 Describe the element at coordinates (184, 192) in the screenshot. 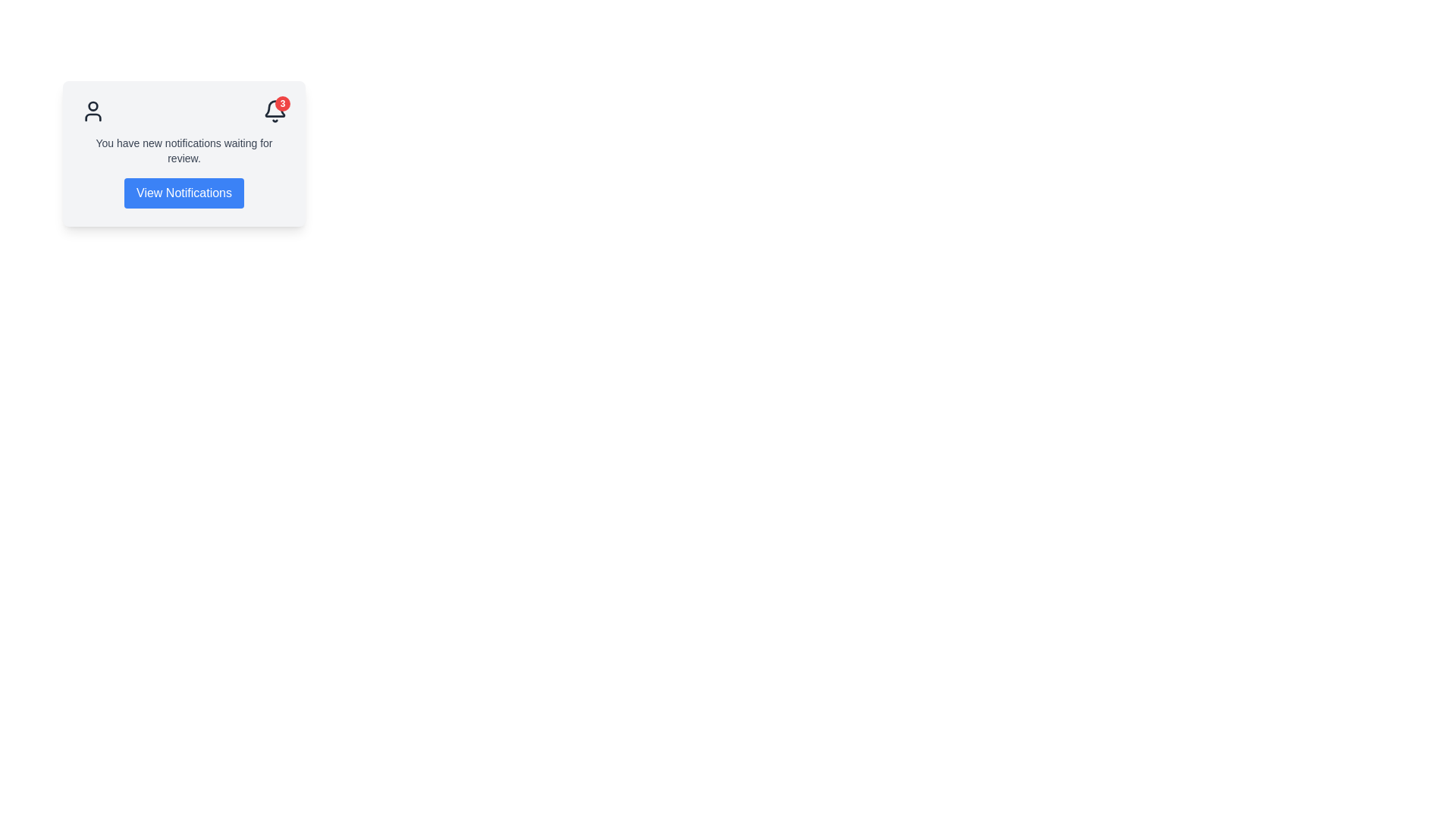

I see `the notifications button located directly below the text 'You have new notifications waiting for review.'` at that location.